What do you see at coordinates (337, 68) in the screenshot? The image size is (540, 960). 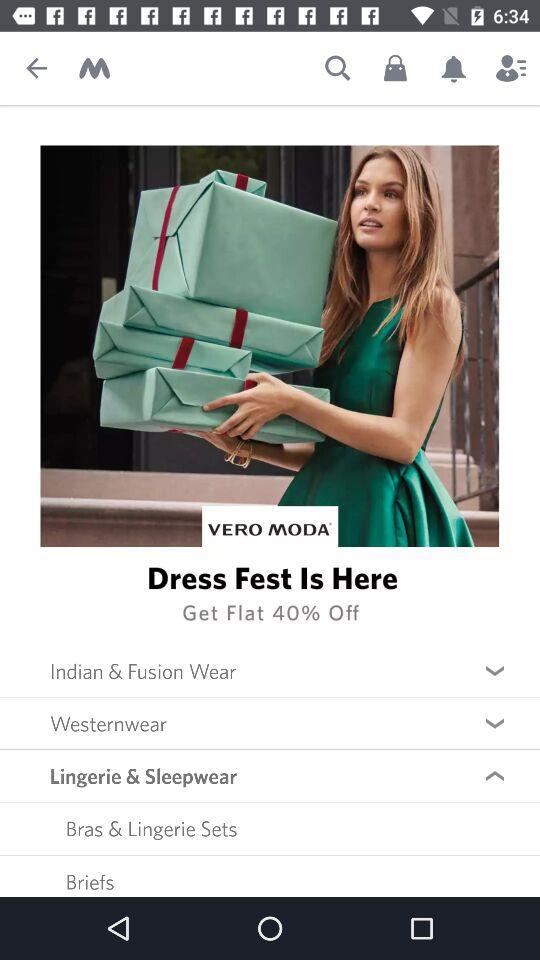 I see `perform a search` at bounding box center [337, 68].